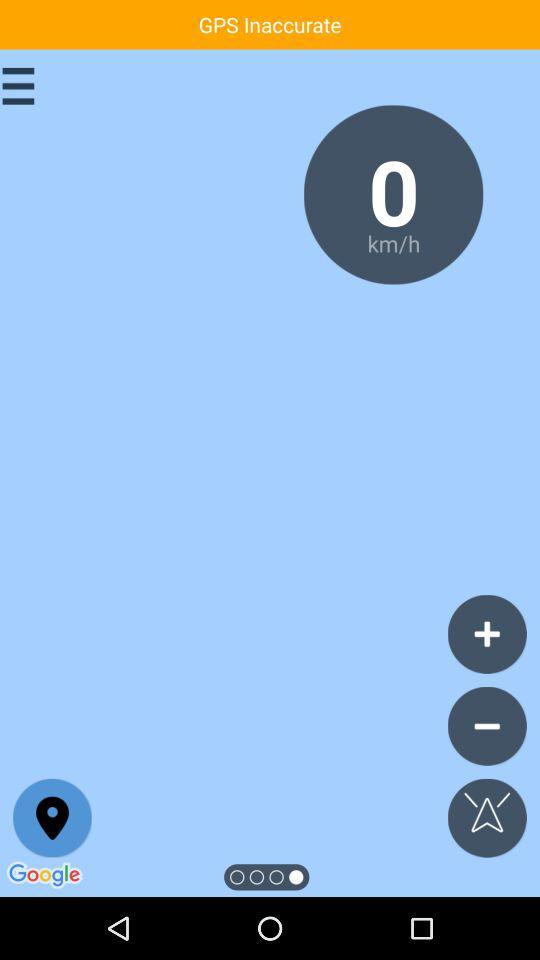 The height and width of the screenshot is (960, 540). What do you see at coordinates (486, 818) in the screenshot?
I see `the navigation icon` at bounding box center [486, 818].